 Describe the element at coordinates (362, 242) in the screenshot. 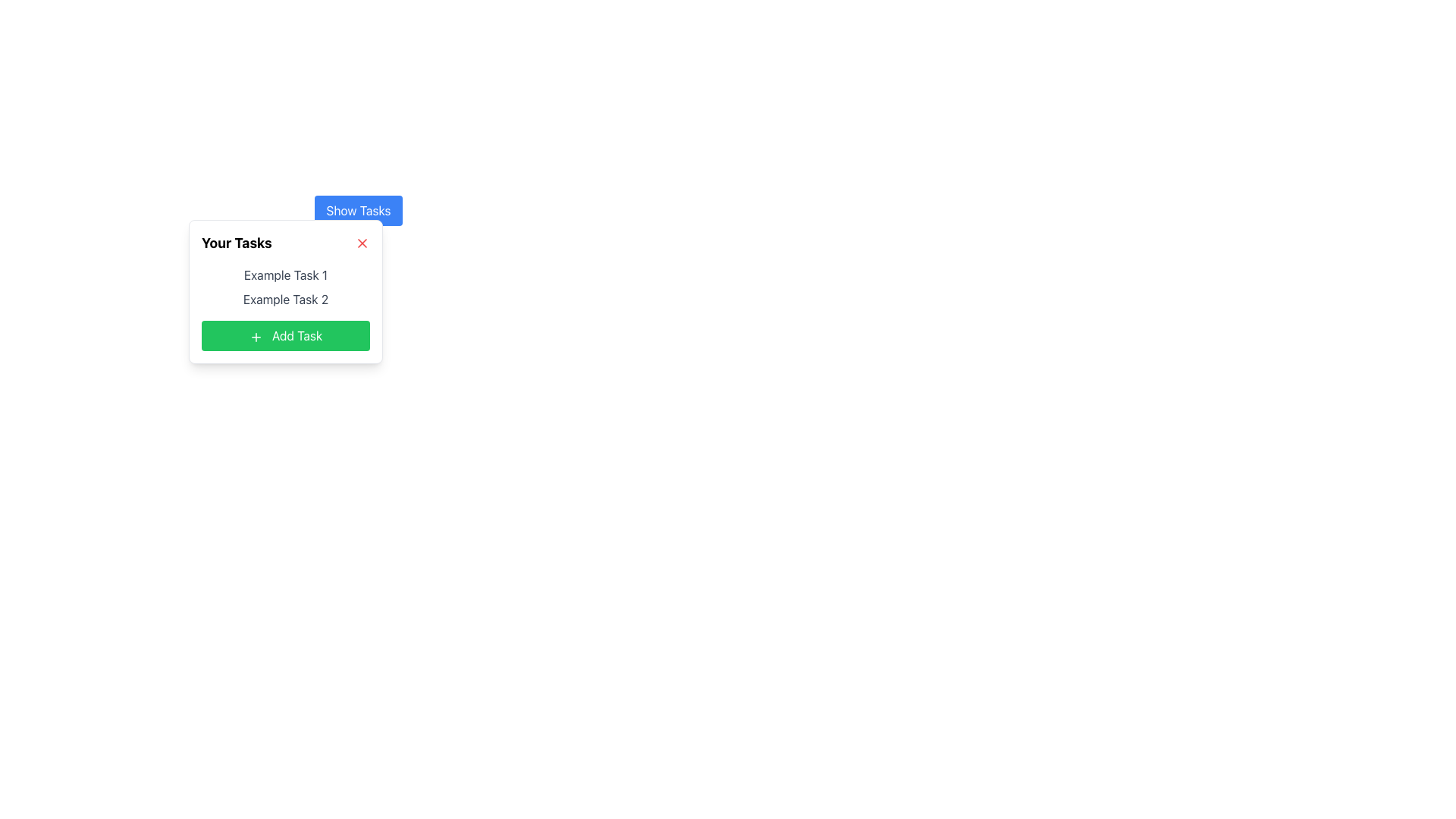

I see `the small interactive red 'X' icon located in the top-right corner of the 'Your Tasks' panel for feedback` at that location.